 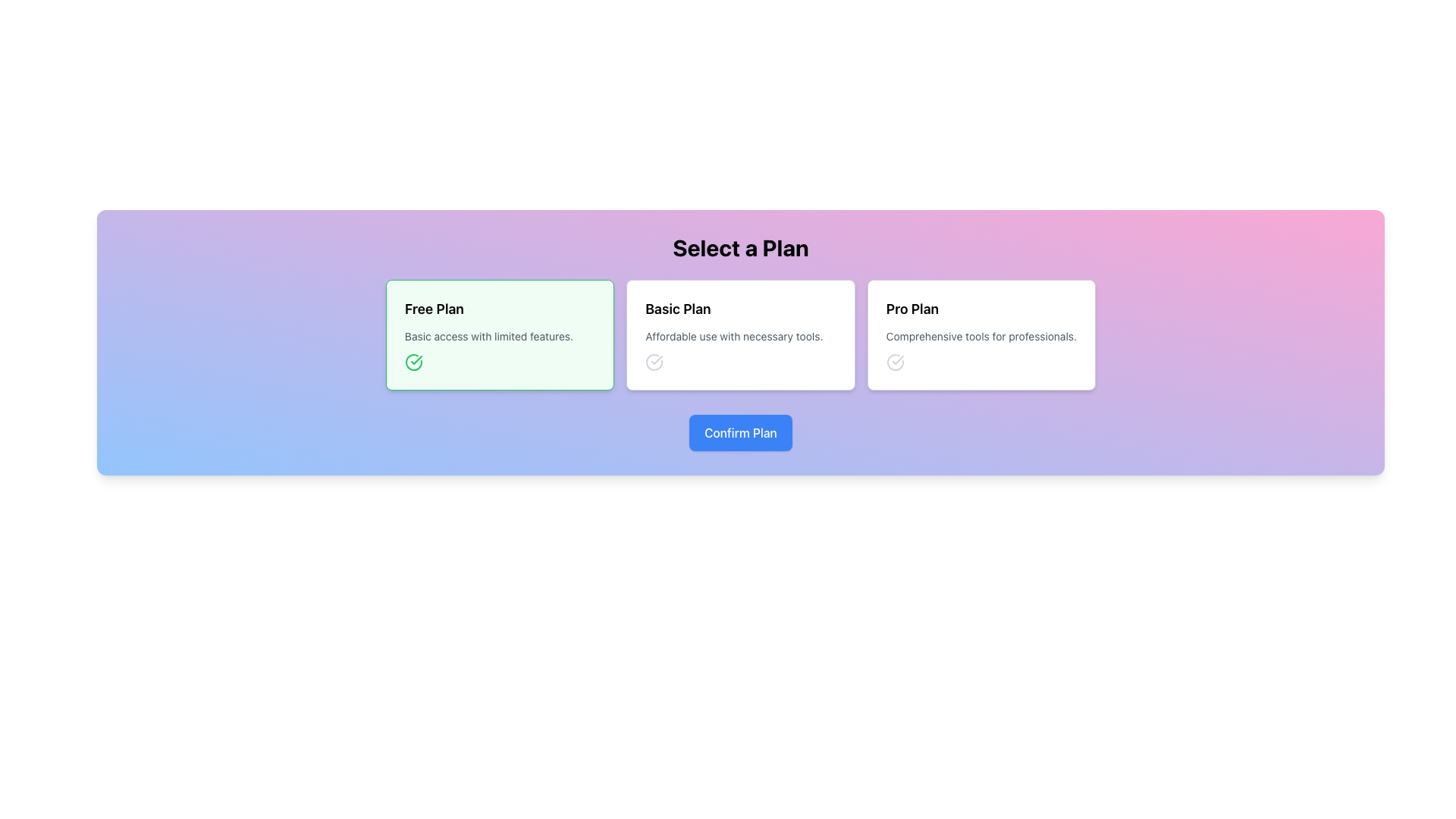 I want to click on the text label that reads 'Affordable use with necessary tools.' located within the 'Basic Plan' card, positioned below the header 'Basic Plan' and above a circular checkmark icon, so click(x=734, y=335).